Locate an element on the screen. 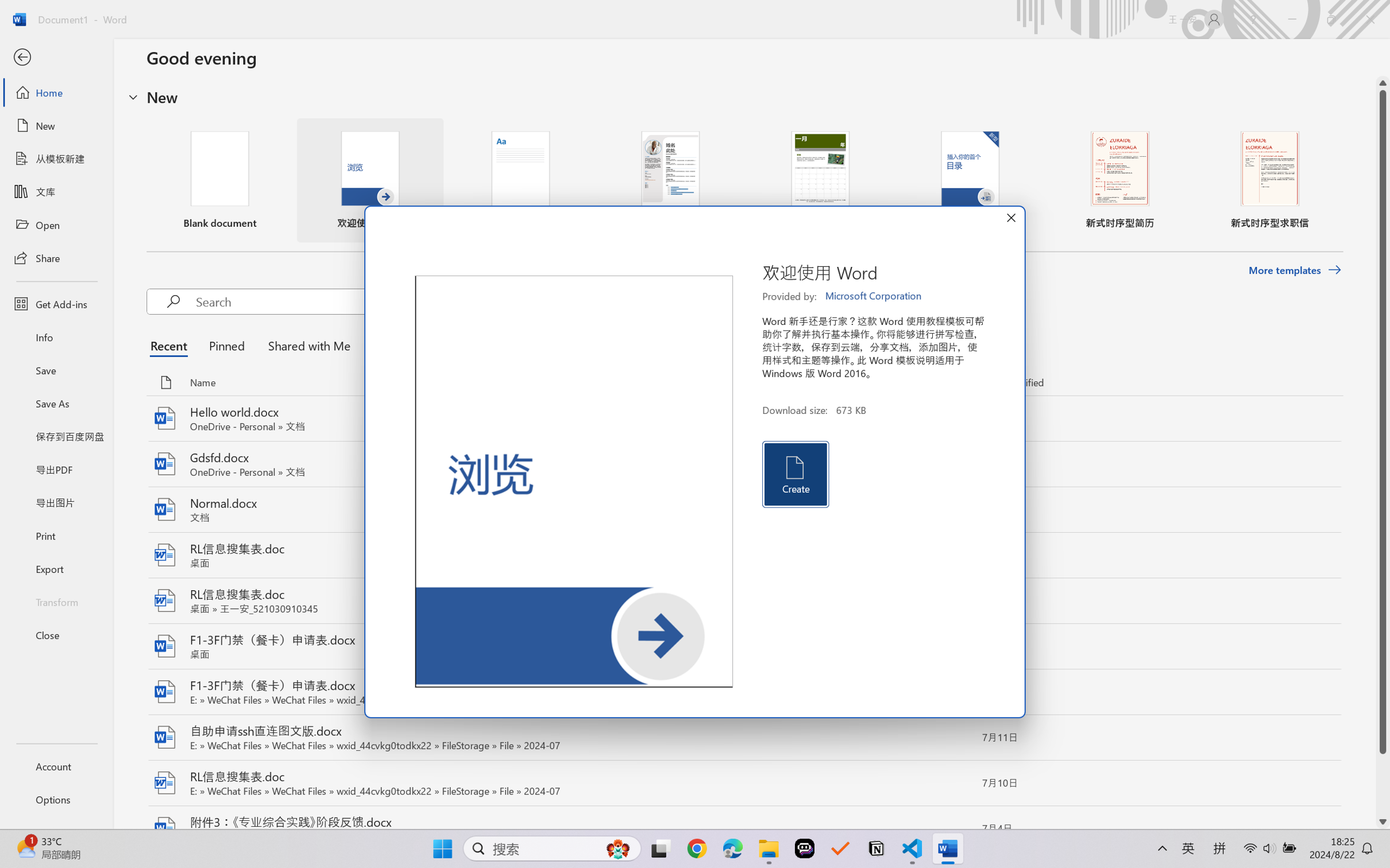 The height and width of the screenshot is (868, 1390). 'Info' is located at coordinates (56, 336).